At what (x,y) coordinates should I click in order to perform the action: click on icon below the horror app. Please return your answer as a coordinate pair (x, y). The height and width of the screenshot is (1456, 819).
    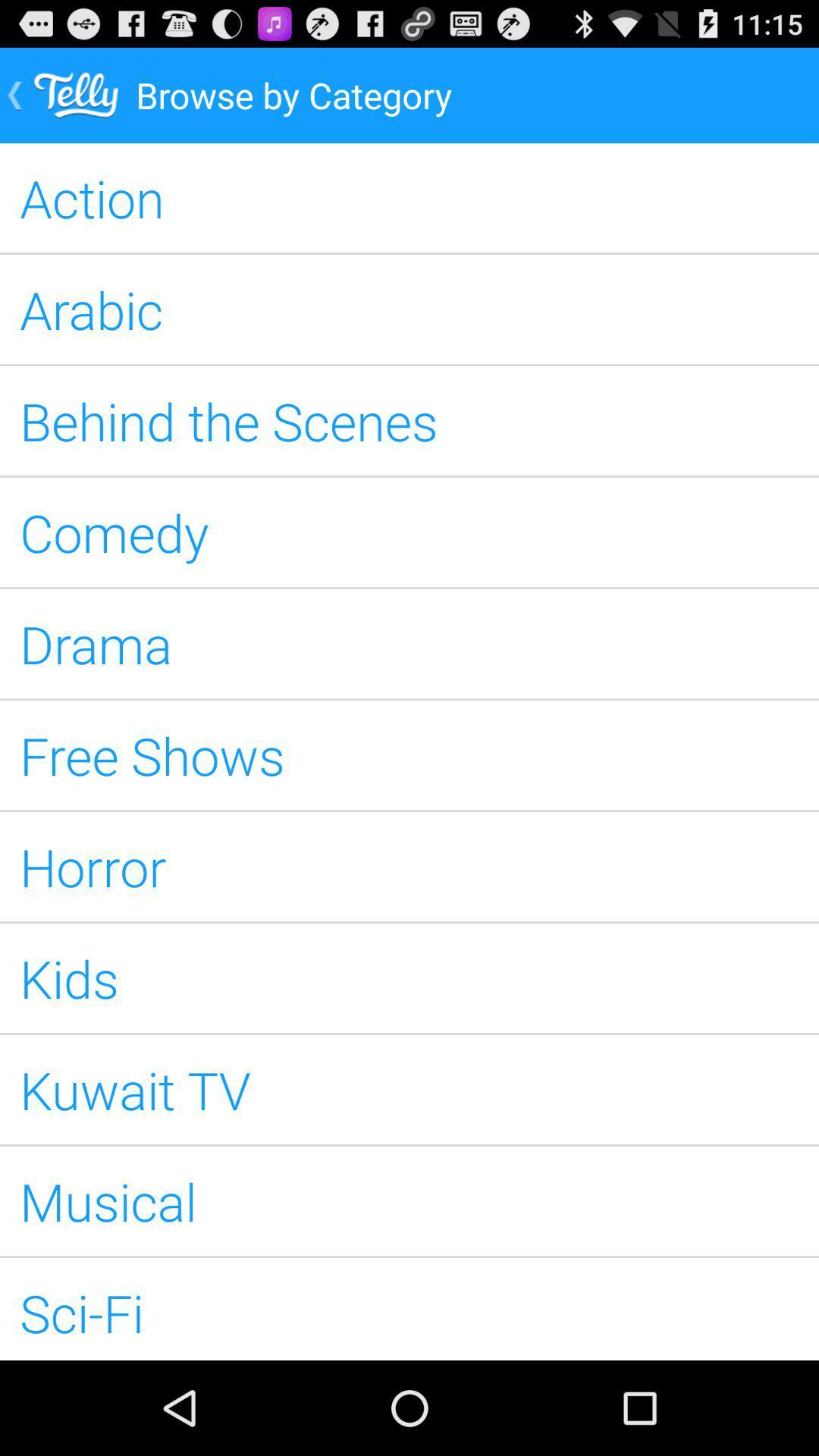
    Looking at the image, I should click on (409, 978).